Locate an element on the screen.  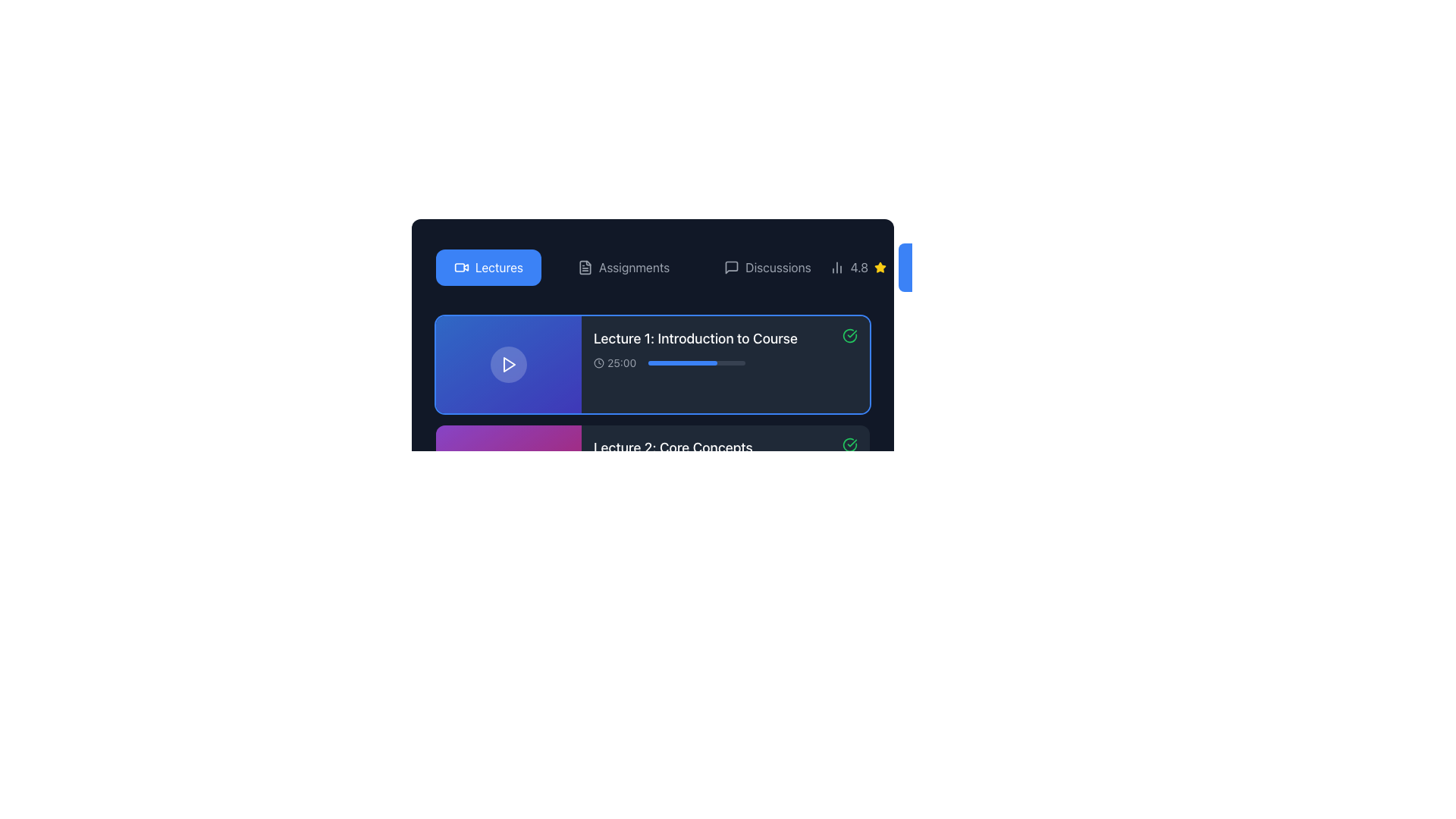
the document icon located in the header bar to the left of the 'Assignments' label is located at coordinates (585, 267).